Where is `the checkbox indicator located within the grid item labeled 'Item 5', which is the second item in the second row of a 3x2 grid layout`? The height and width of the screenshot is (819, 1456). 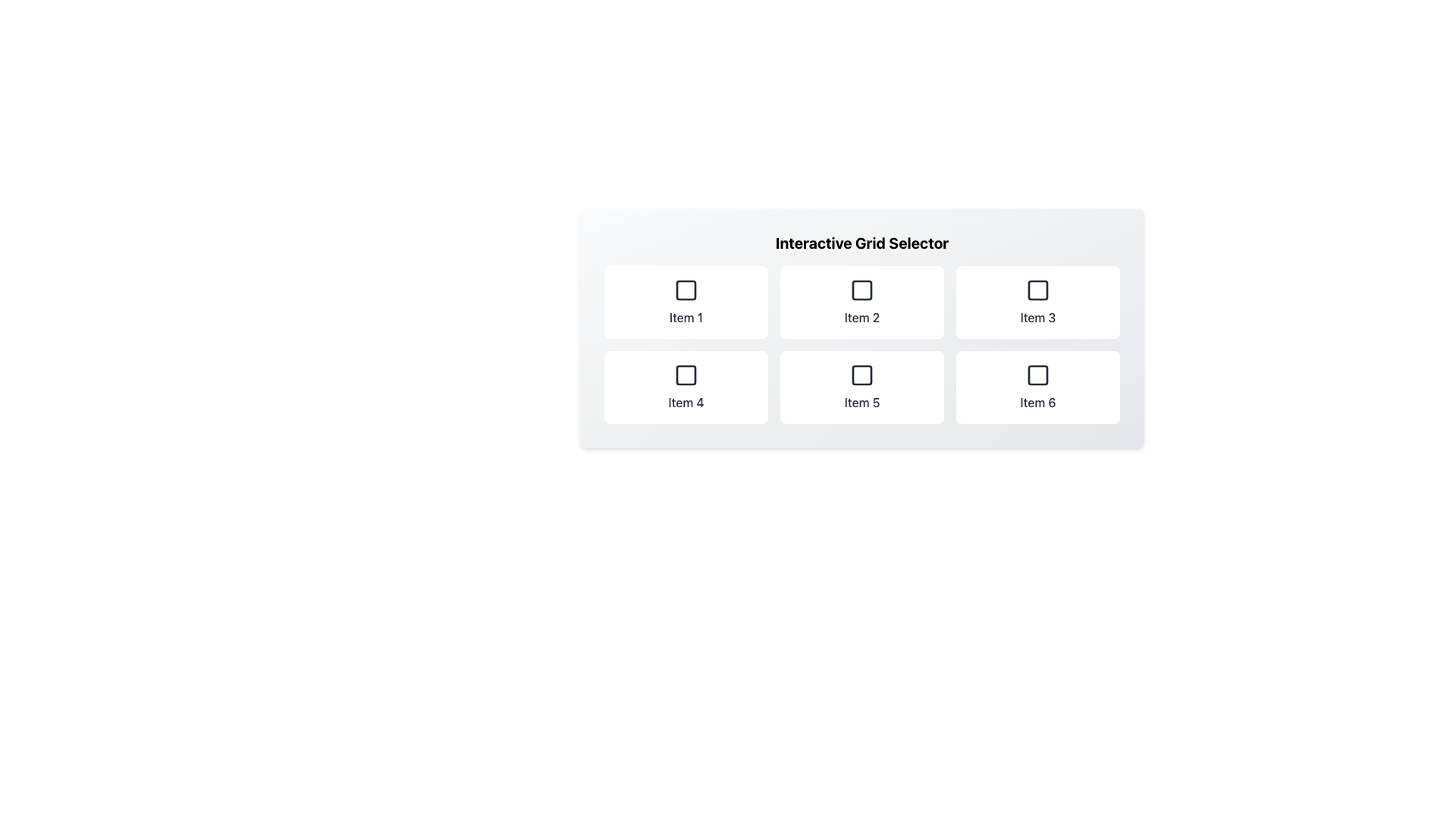 the checkbox indicator located within the grid item labeled 'Item 5', which is the second item in the second row of a 3x2 grid layout is located at coordinates (862, 375).